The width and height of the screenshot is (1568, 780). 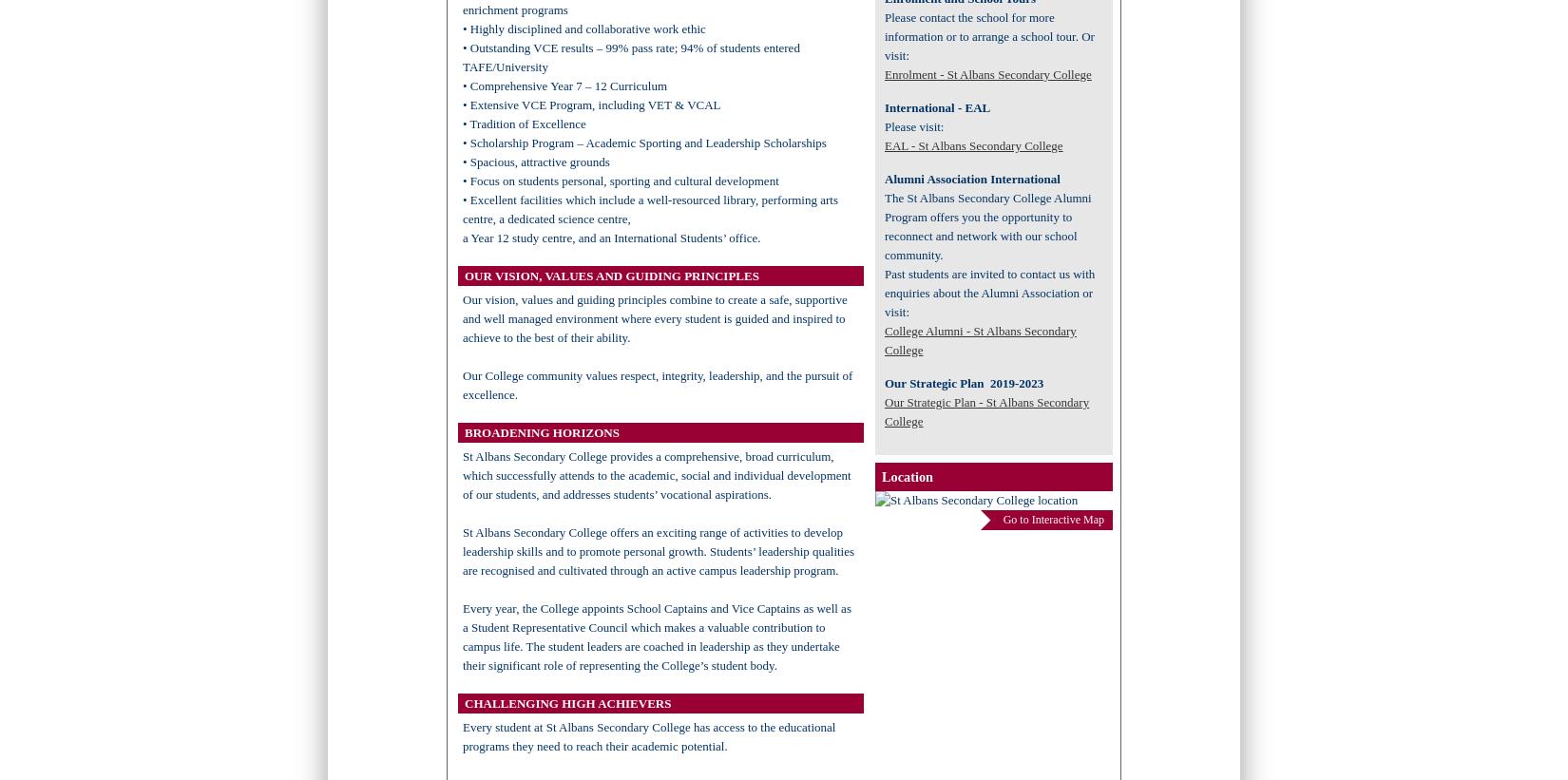 I want to click on '•	Tradition of Excellence', so click(x=523, y=123).